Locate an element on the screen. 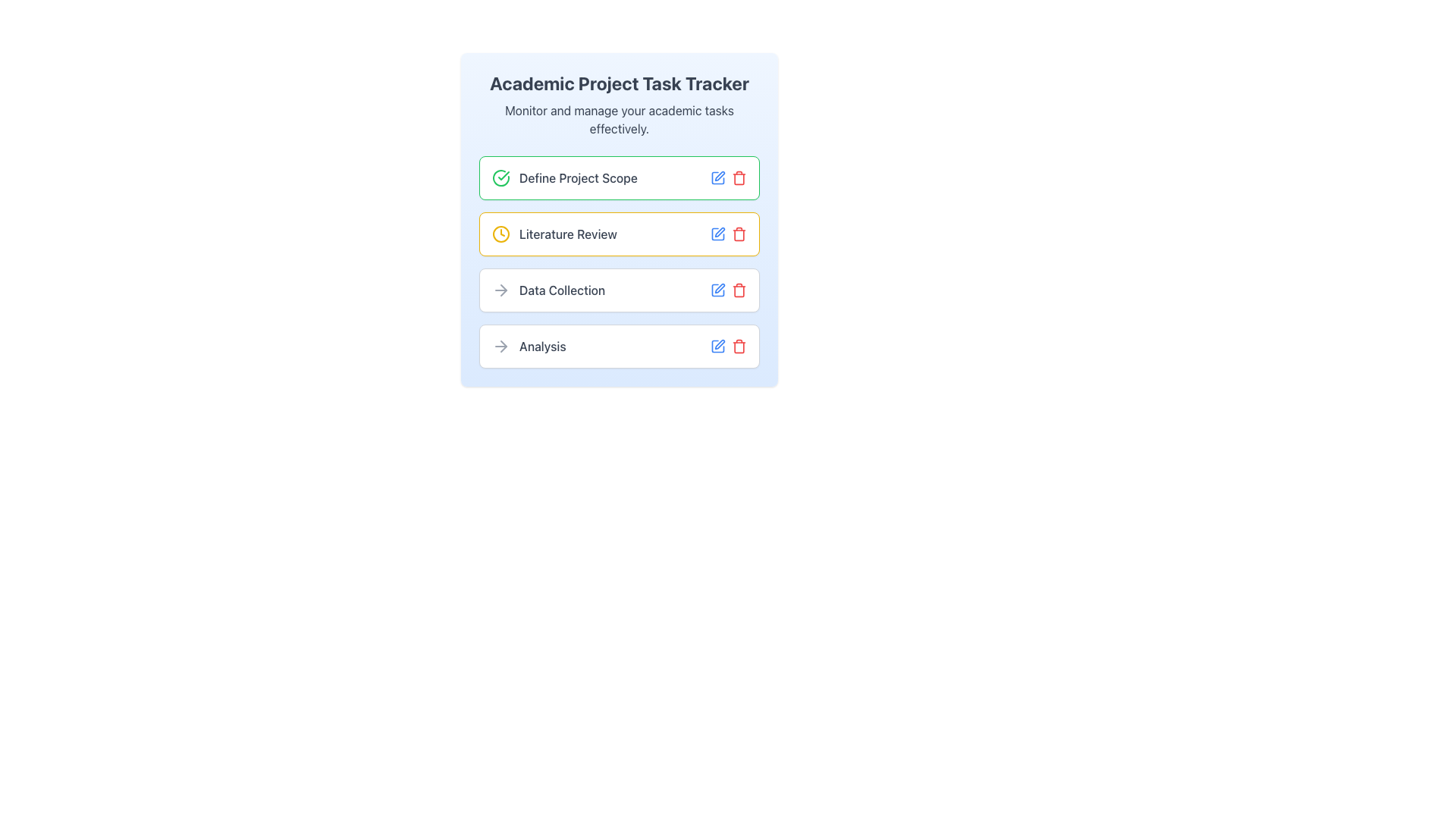  the delete icon element, part of the SVG illustration, which is located to the right of the 'Literature Review' label in the list is located at coordinates (739, 234).